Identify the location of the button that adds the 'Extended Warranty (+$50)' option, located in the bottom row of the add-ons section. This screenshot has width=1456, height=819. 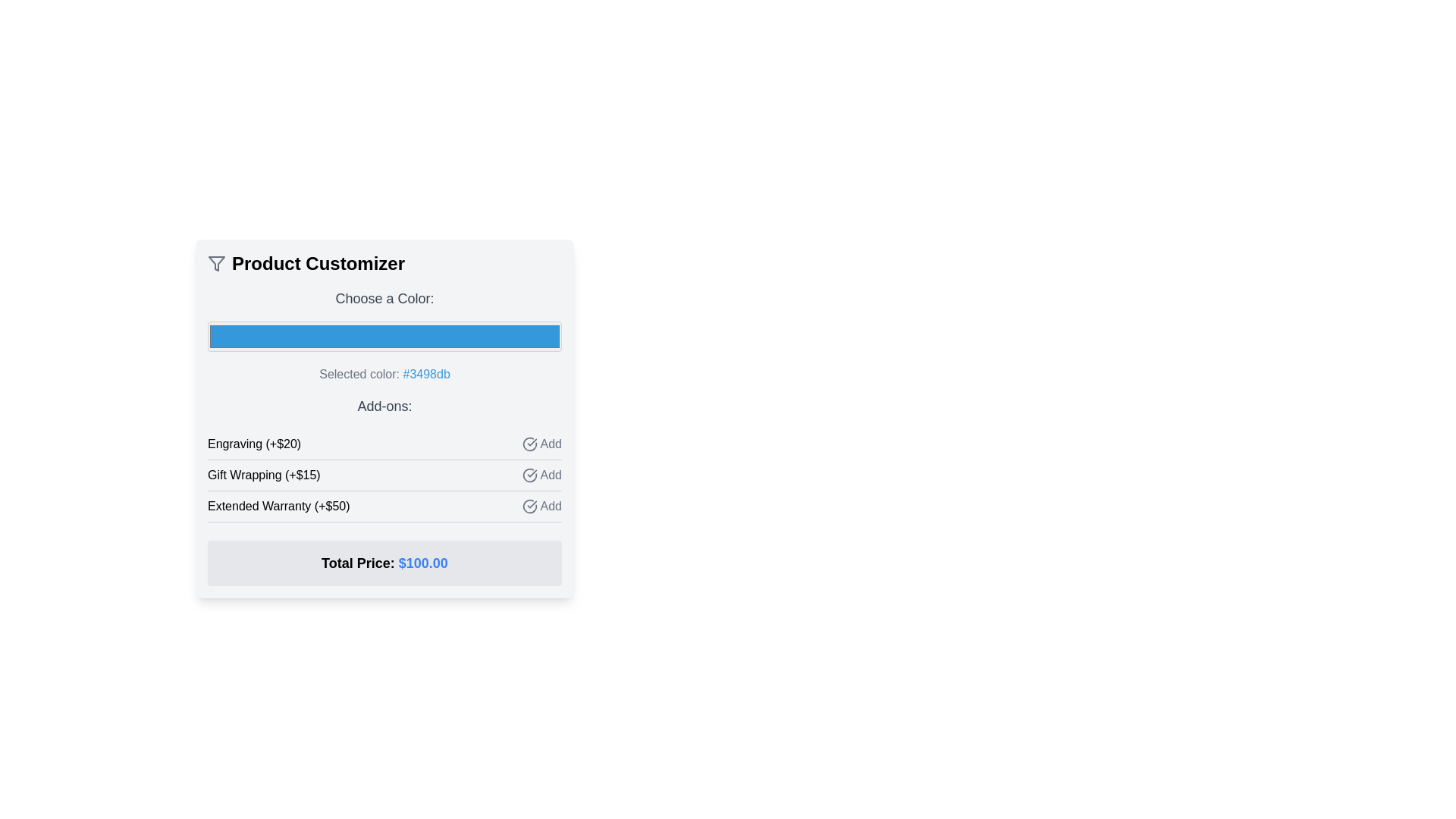
(541, 506).